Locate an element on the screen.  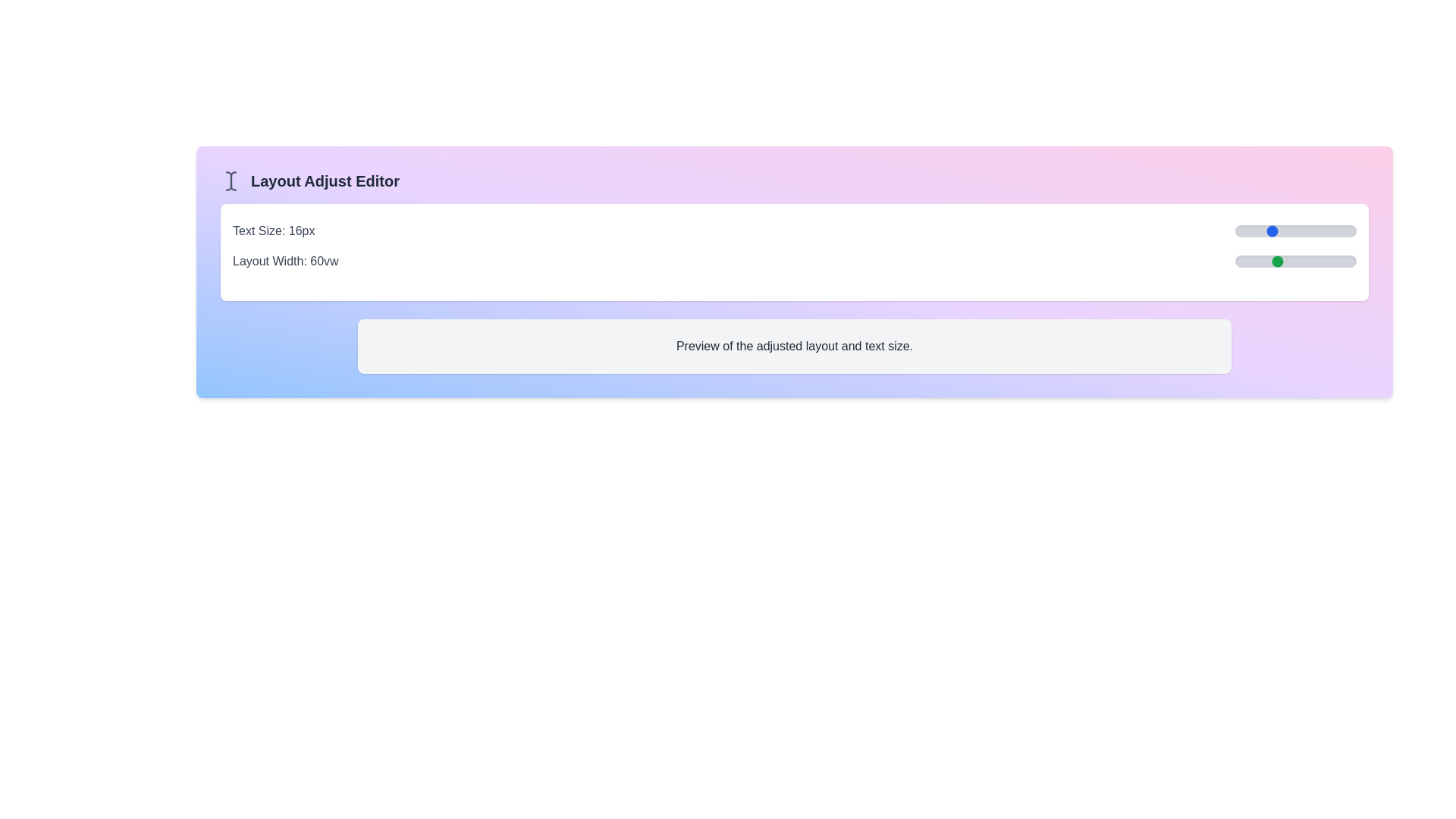
the slider is located at coordinates (1288, 260).